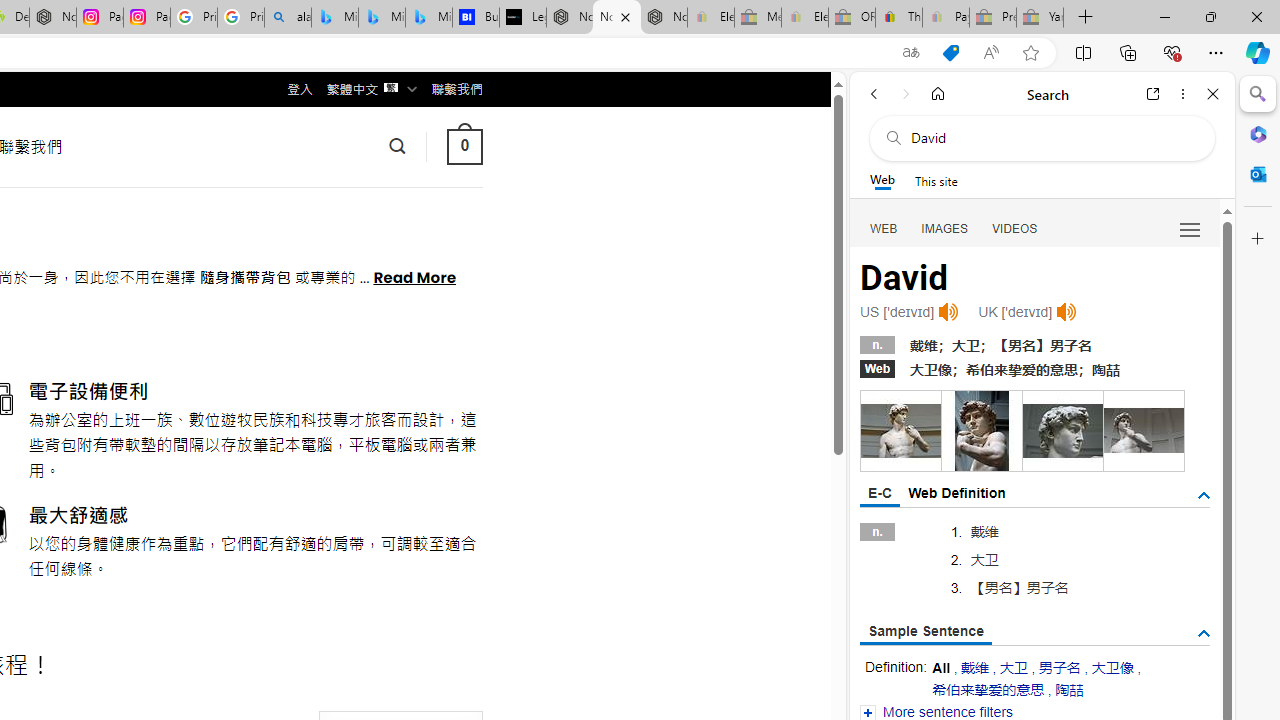  I want to click on 'Microsoft Bing Travel - Flights from Hong Kong to Bangkok', so click(335, 17).